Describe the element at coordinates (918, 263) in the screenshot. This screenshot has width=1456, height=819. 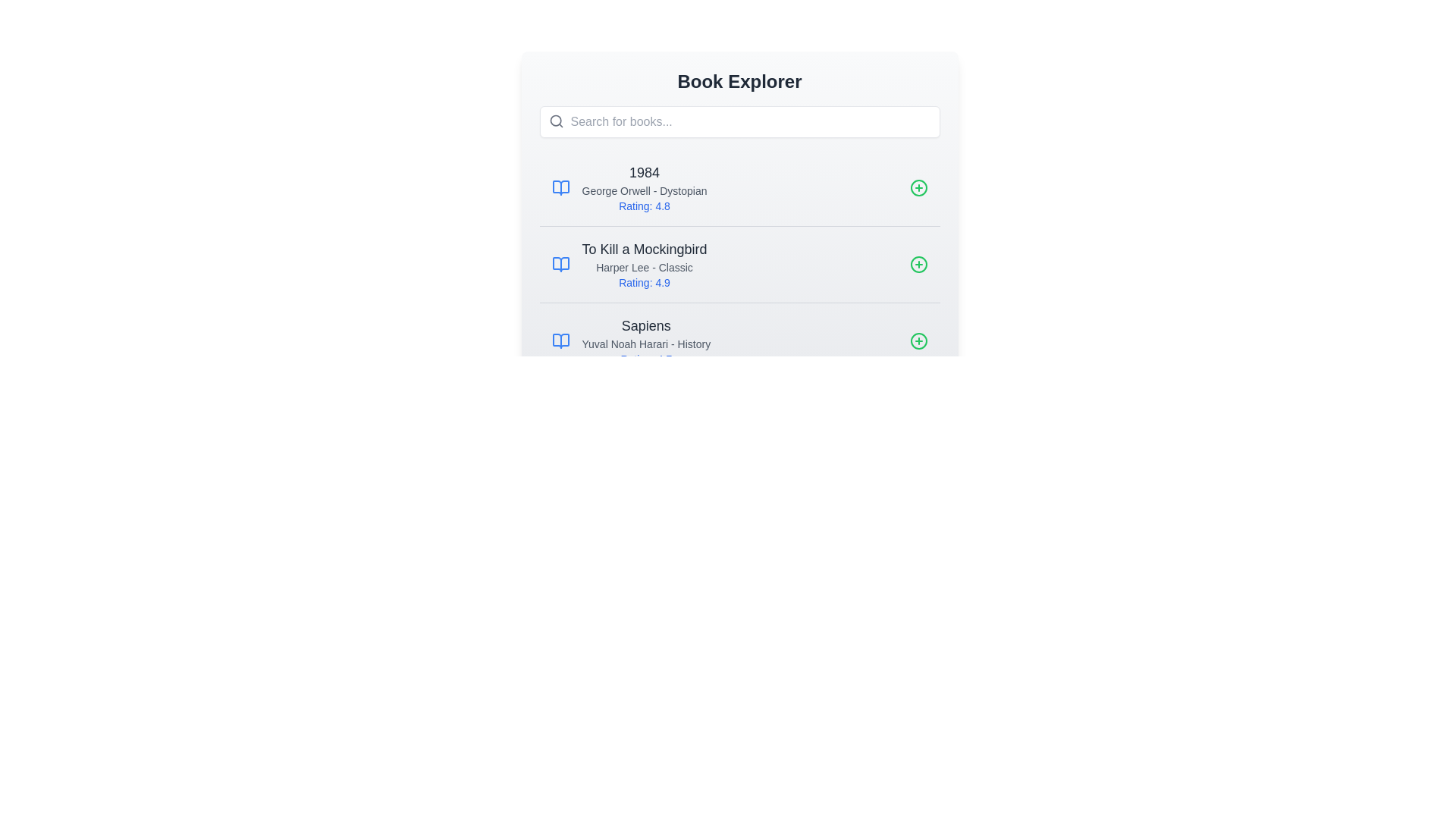
I see `the circular button with a green plus symbol` at that location.